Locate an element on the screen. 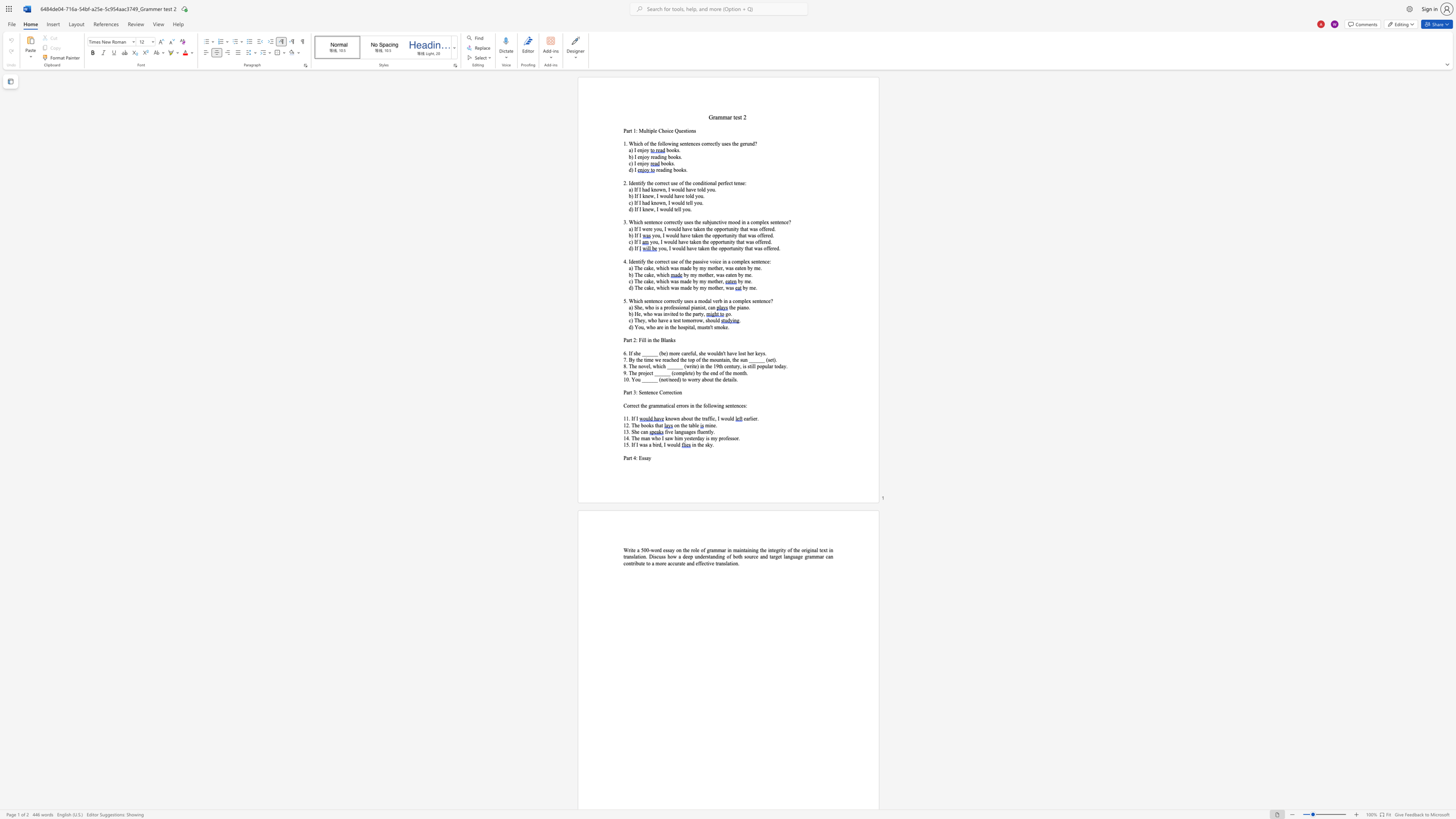  the subset text "ok" within the text "reading books." is located at coordinates (678, 170).